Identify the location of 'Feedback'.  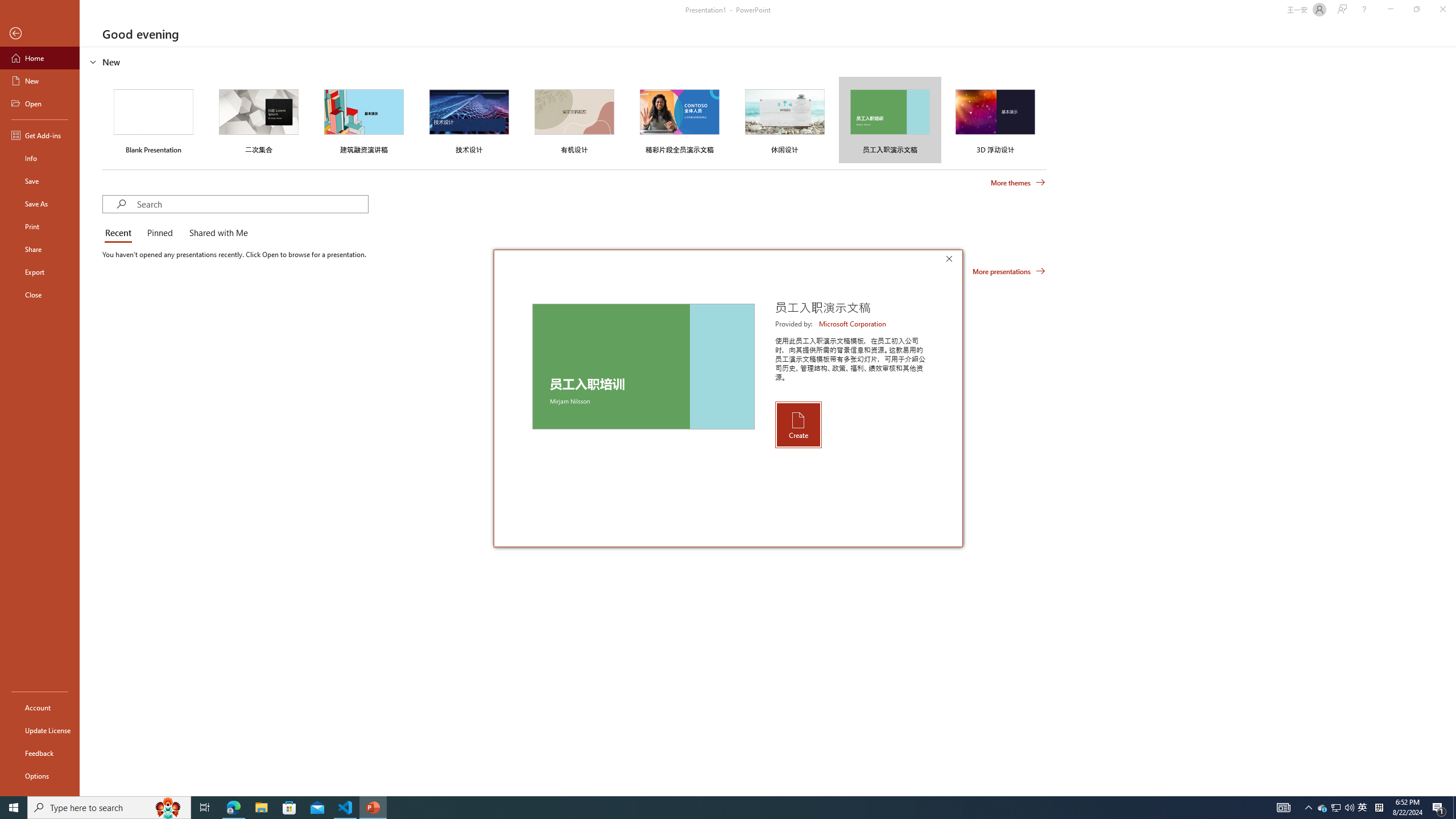
(39, 753).